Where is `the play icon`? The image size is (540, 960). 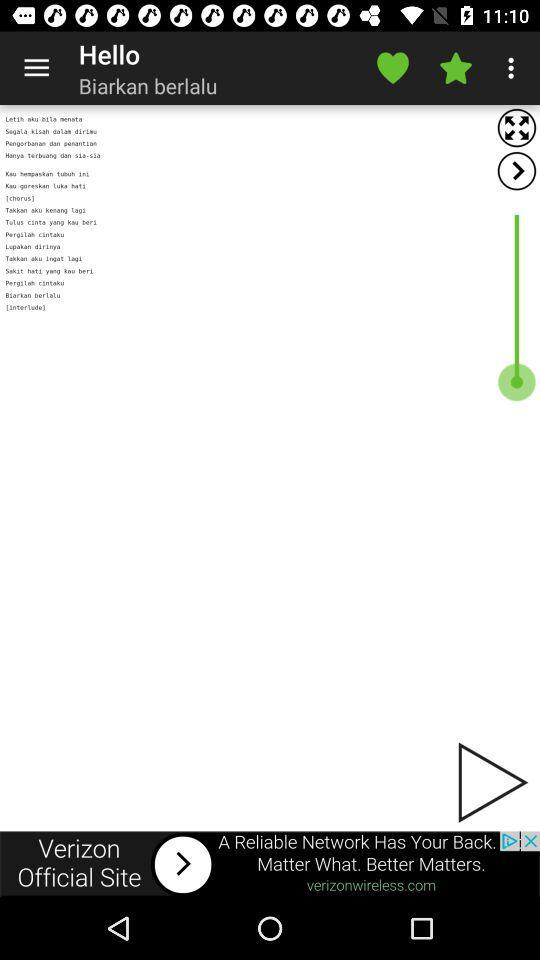 the play icon is located at coordinates (490, 782).